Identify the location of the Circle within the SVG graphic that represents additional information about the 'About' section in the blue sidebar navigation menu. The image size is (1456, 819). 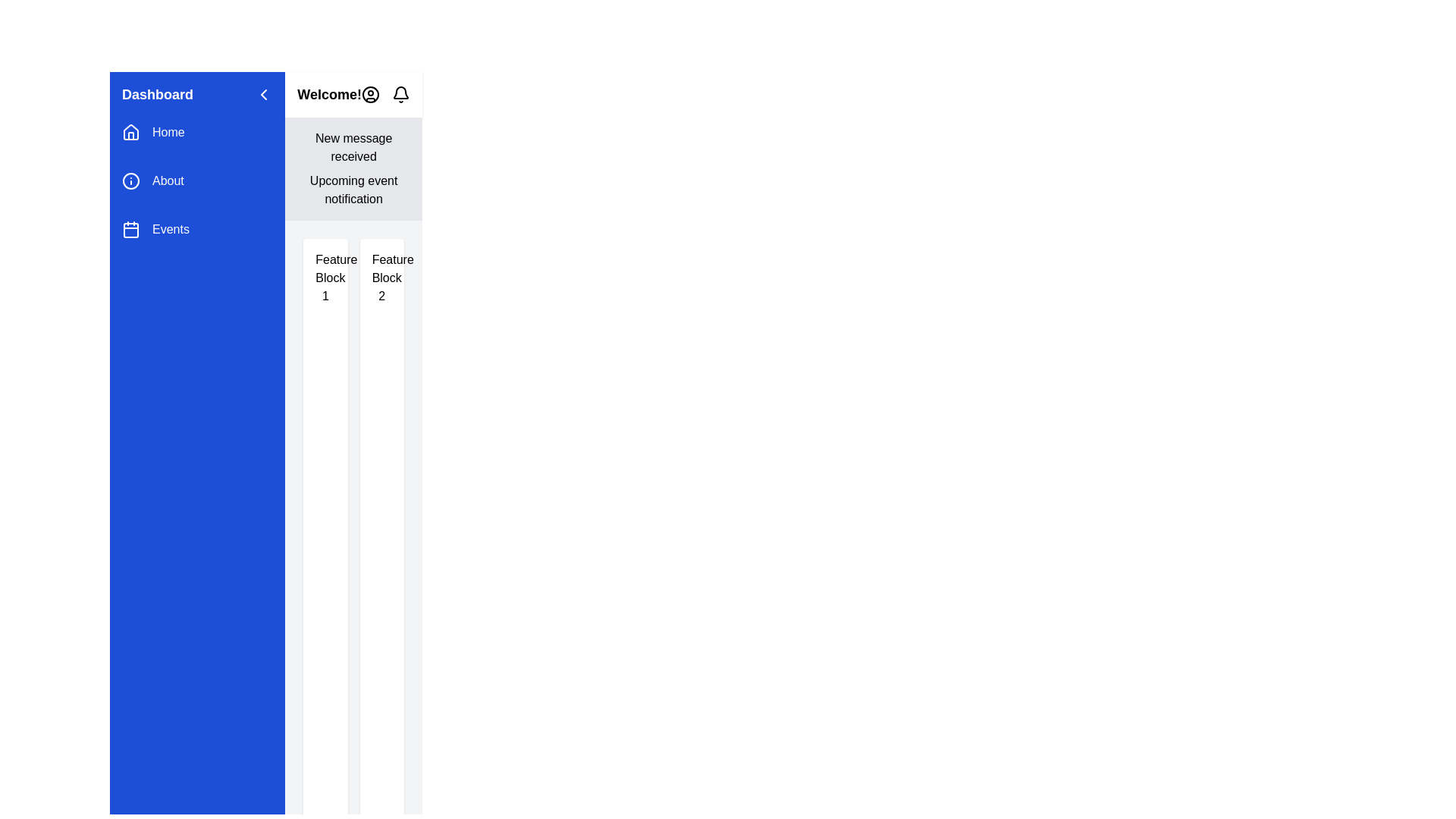
(130, 180).